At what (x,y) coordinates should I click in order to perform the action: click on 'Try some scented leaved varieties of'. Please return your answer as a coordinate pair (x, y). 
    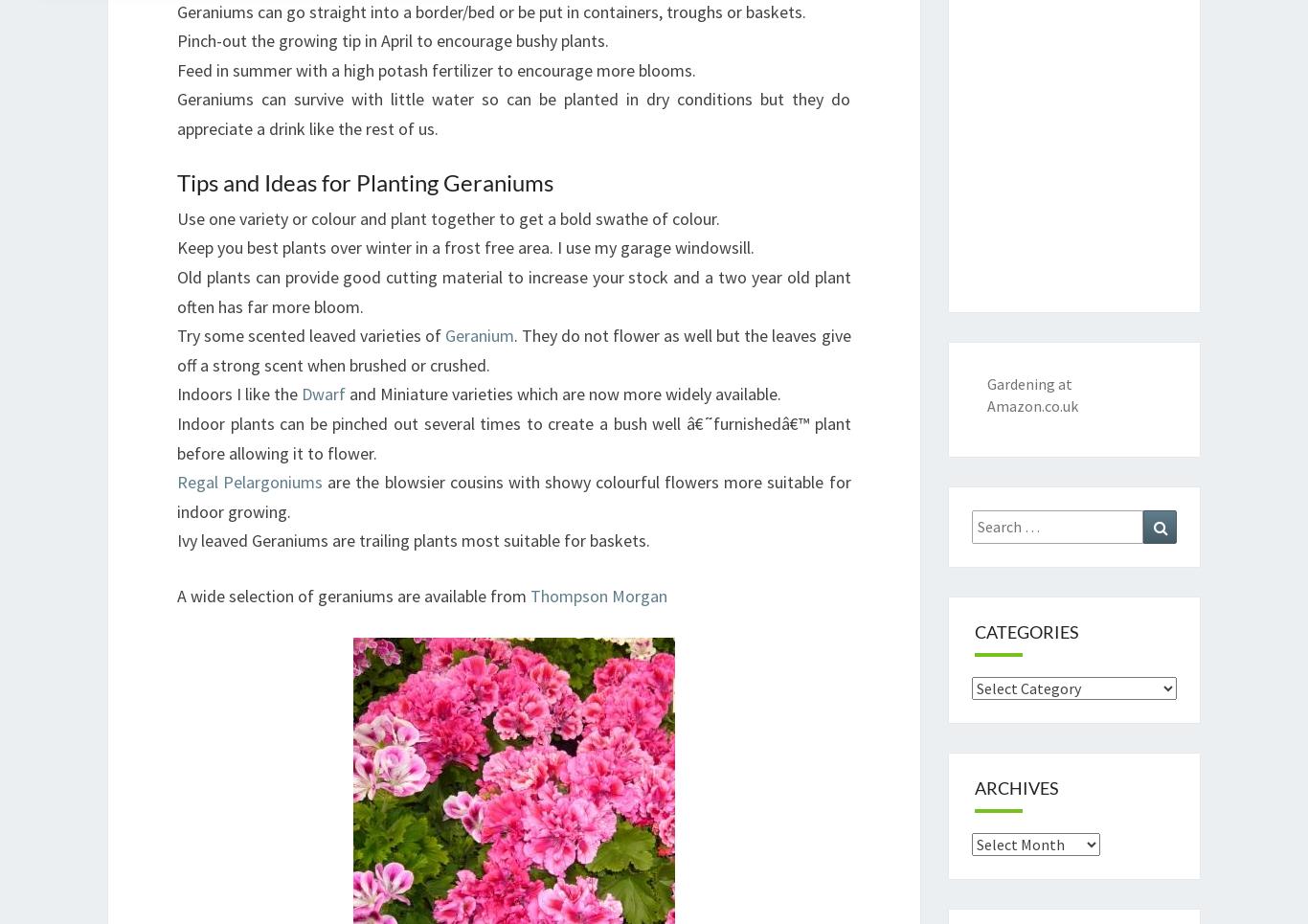
    Looking at the image, I should click on (310, 335).